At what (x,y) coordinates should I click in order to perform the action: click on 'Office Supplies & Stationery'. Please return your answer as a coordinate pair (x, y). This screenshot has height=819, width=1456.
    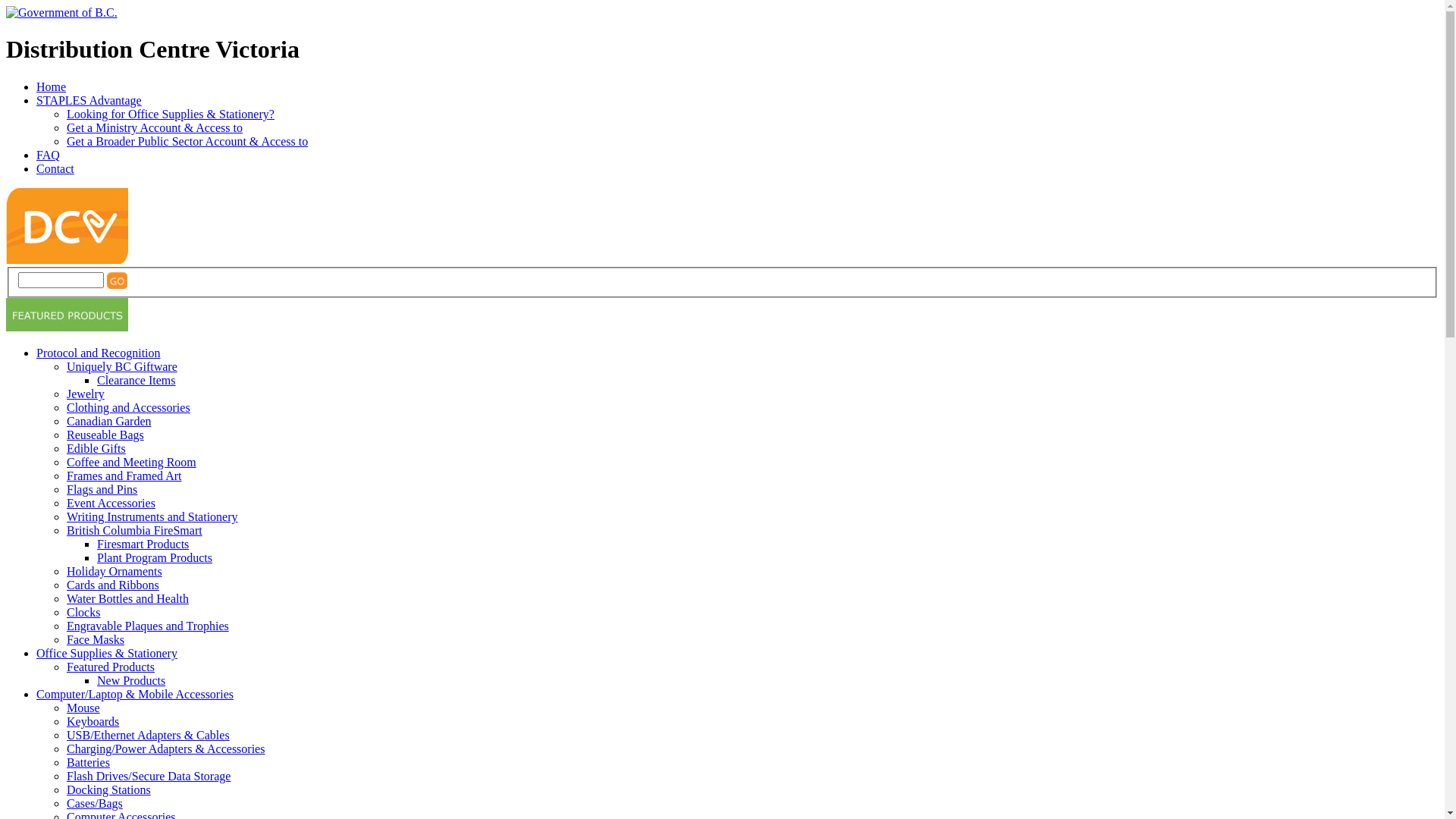
    Looking at the image, I should click on (105, 652).